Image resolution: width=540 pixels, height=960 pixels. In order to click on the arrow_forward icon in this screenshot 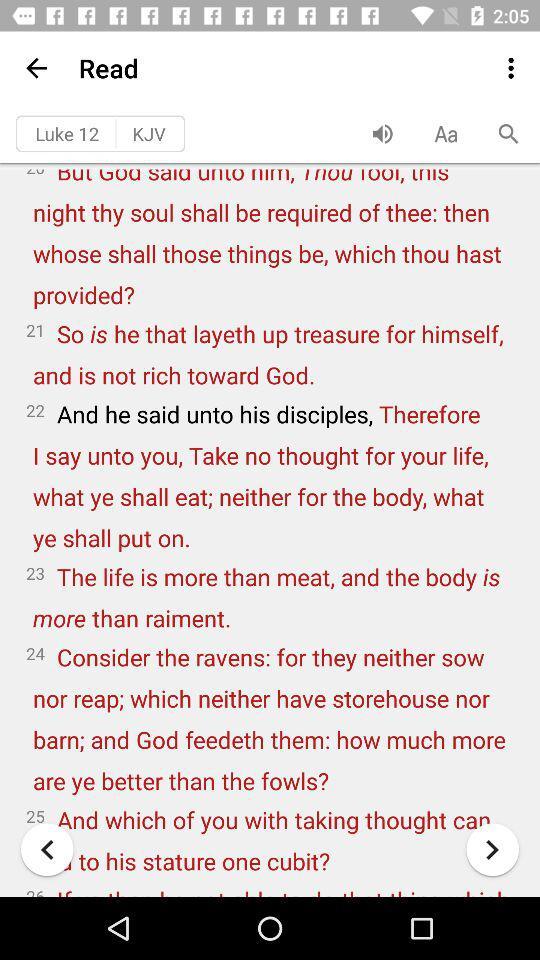, I will do `click(491, 848)`.